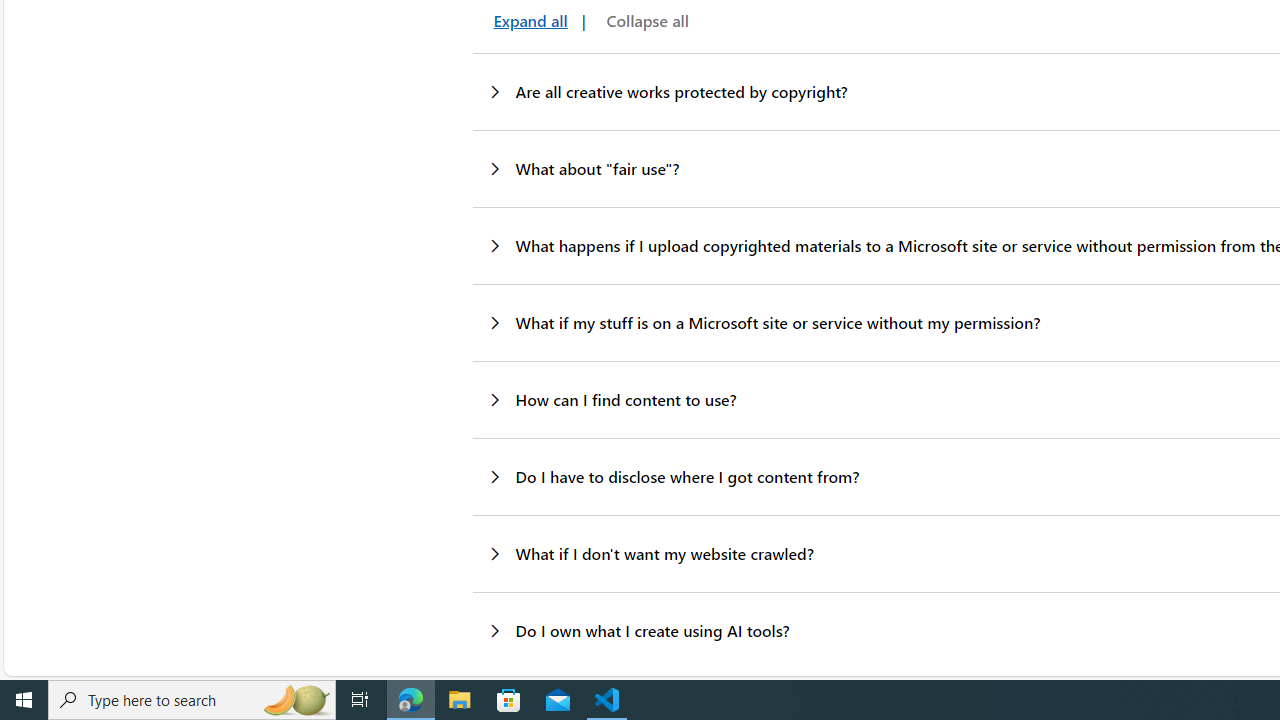 The height and width of the screenshot is (720, 1280). I want to click on ' Expand all', so click(527, 21).